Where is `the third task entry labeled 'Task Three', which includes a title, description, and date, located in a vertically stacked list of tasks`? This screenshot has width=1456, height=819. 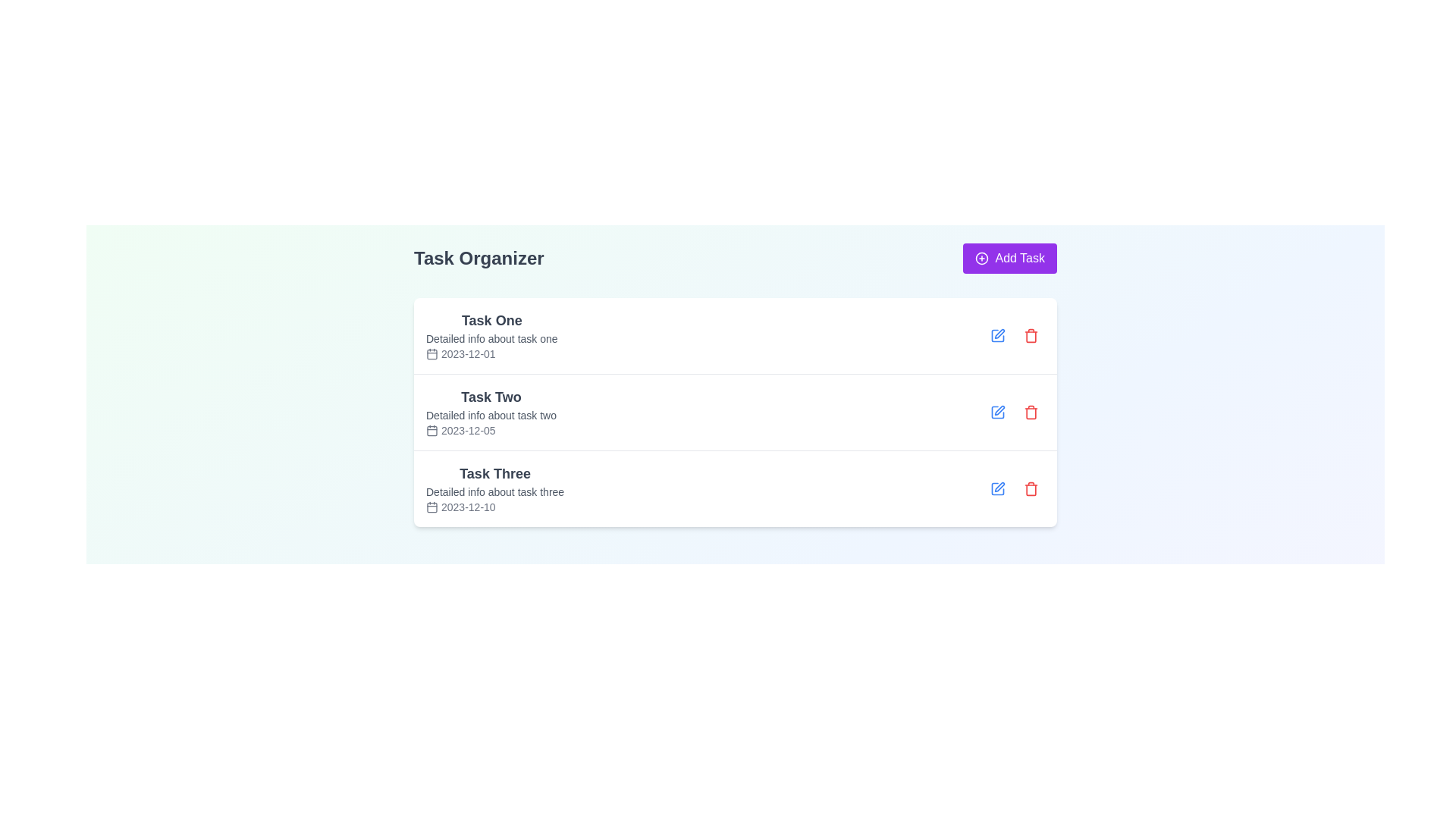 the third task entry labeled 'Task Three', which includes a title, description, and date, located in a vertically stacked list of tasks is located at coordinates (735, 488).